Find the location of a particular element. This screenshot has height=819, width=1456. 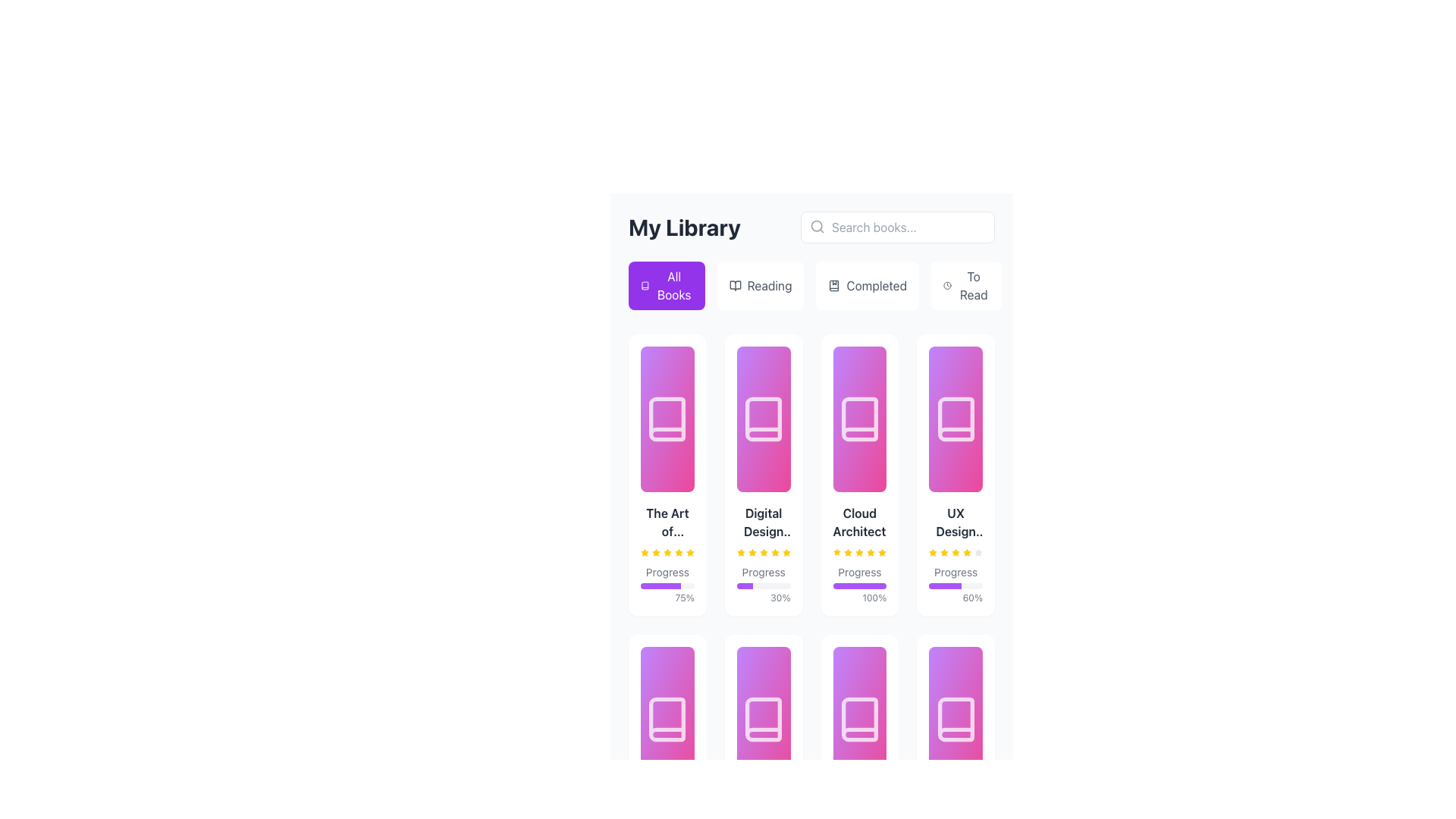

the first card in the 'My Library' section that displays information about the book titled 'The Art of Programming' is located at coordinates (667, 475).